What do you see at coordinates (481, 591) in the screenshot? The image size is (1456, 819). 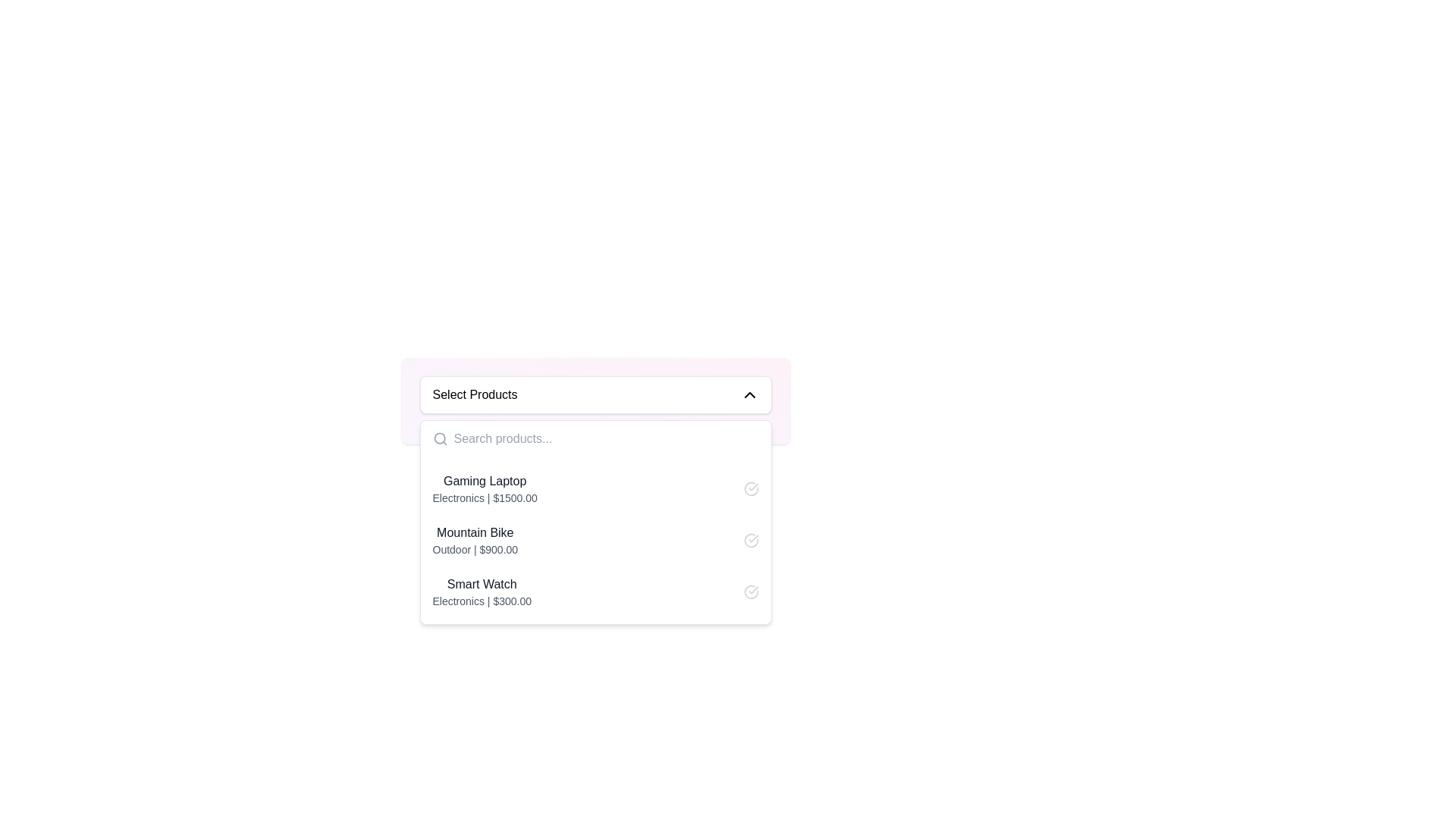 I see `the third item in the dropdown menu labeled 'Smart Watch'` at bounding box center [481, 591].